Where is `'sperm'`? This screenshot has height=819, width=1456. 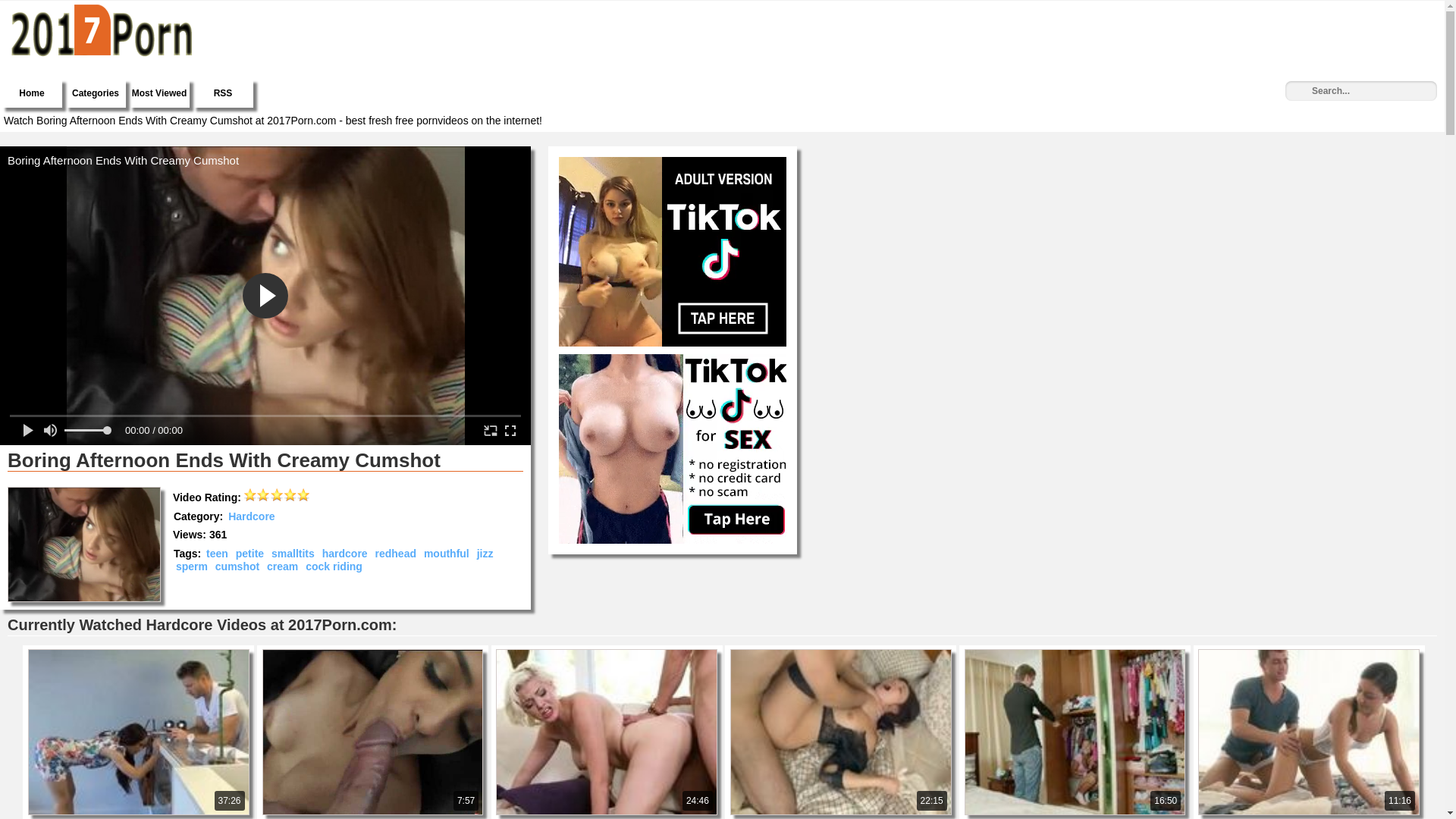
'sperm' is located at coordinates (191, 566).